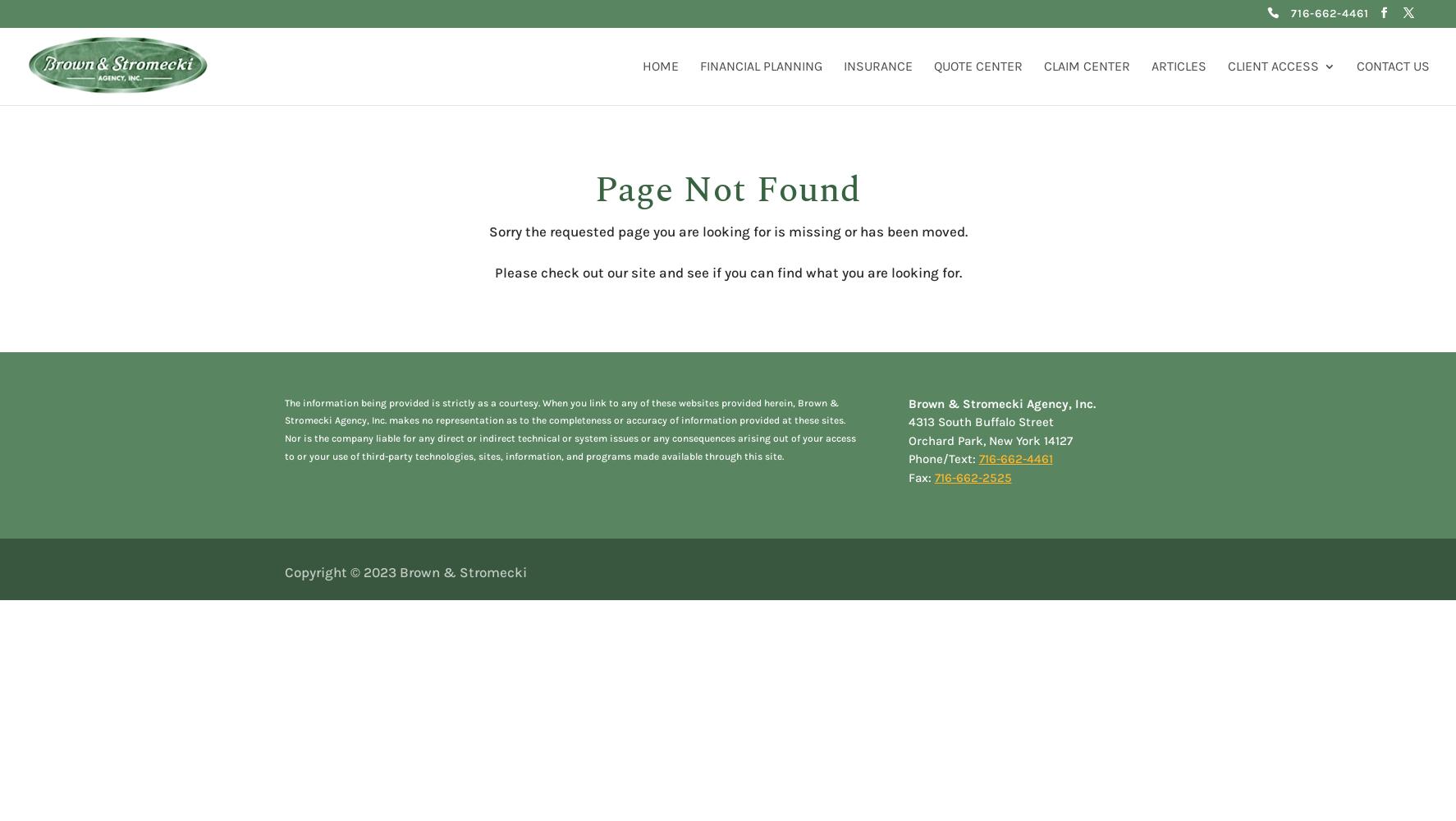  I want to click on '716-662-2525', so click(933, 476).